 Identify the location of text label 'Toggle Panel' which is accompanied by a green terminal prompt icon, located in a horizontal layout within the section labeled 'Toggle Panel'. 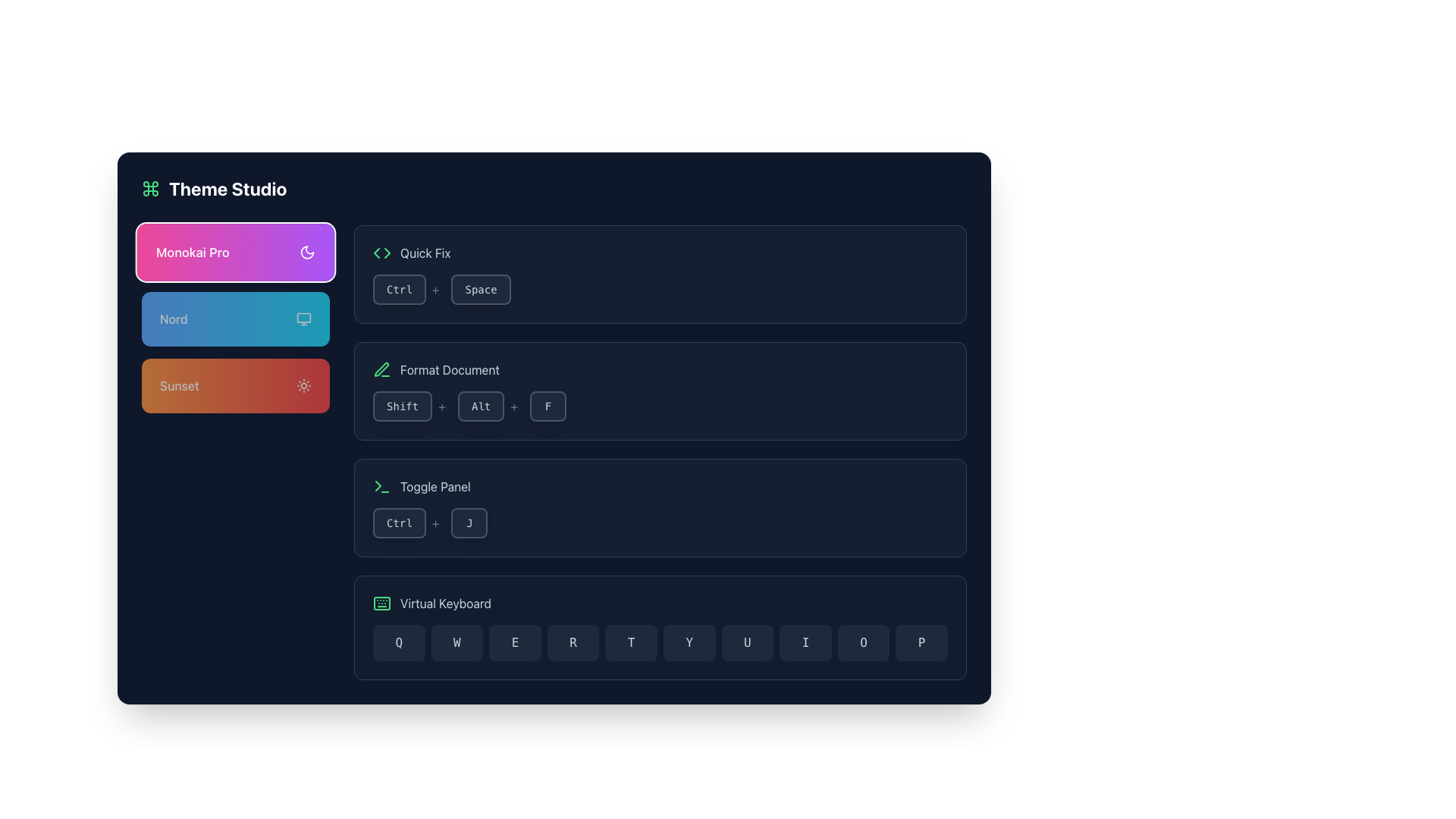
(422, 486).